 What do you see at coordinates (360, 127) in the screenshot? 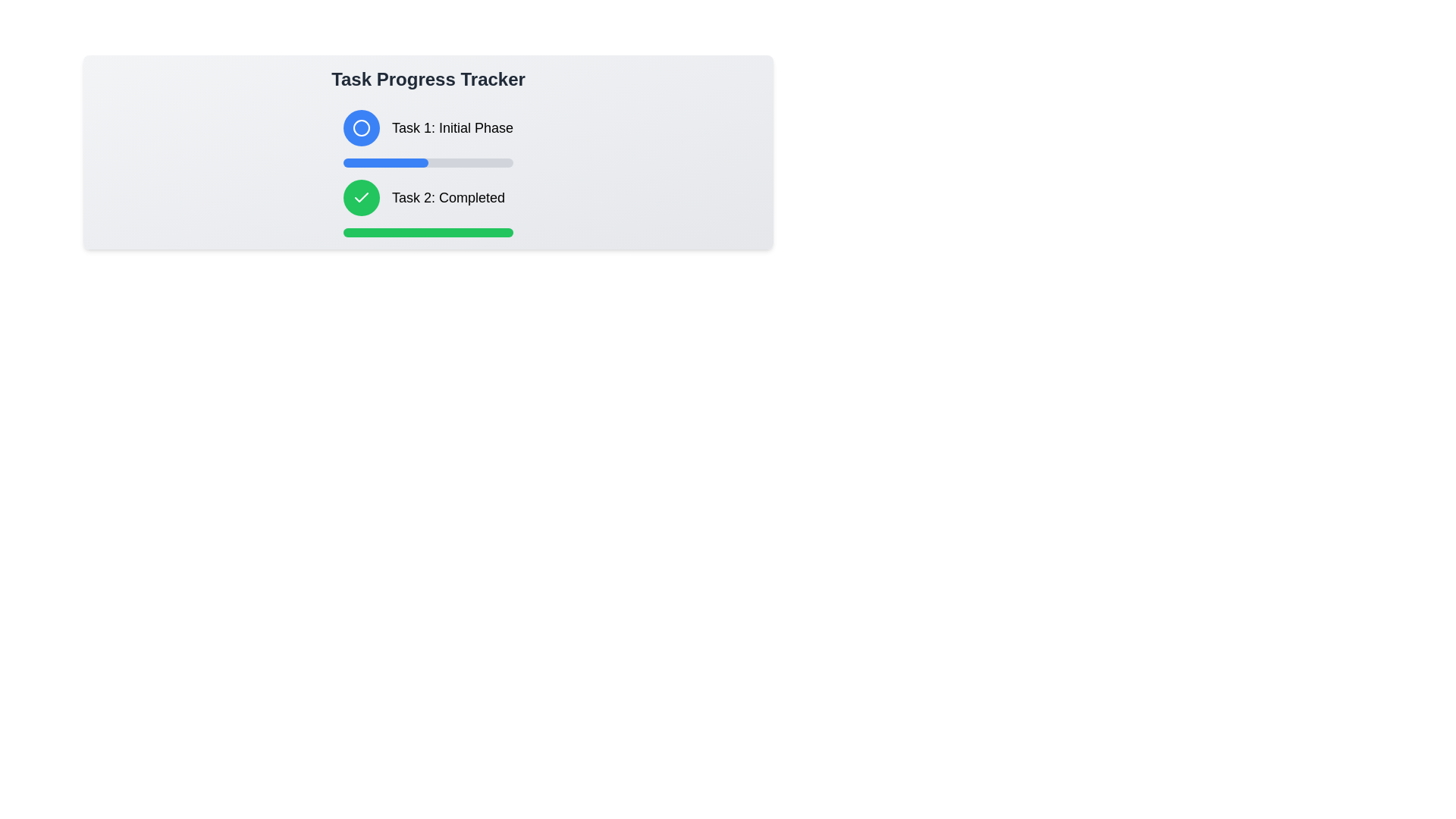
I see `the Circular SVG shape` at bounding box center [360, 127].